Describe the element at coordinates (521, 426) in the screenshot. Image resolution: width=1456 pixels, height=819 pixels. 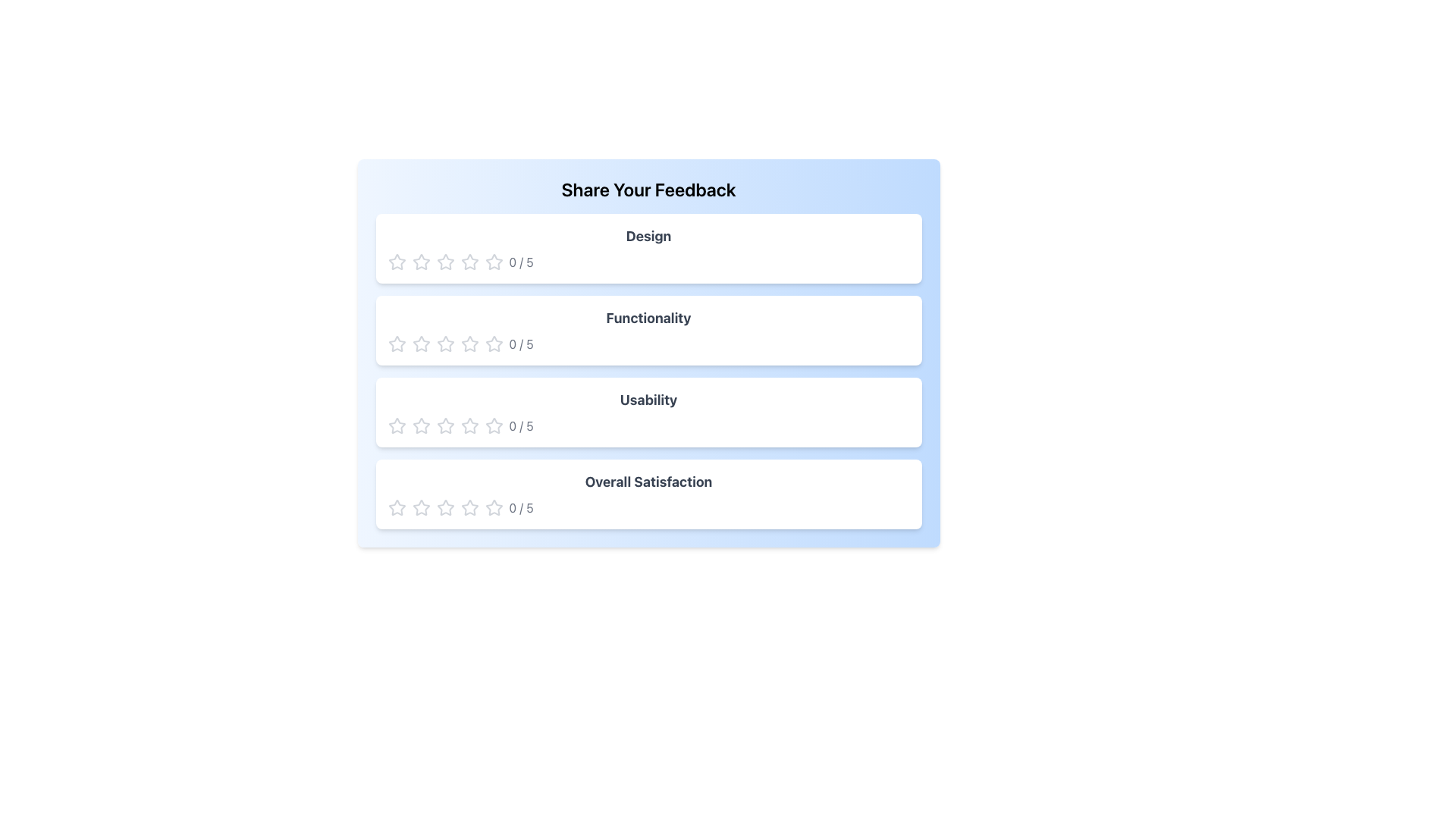
I see `the text label displaying the current rating ('0/5') which is located next to the interactive star icons in the 'Usability' feedback section` at that location.